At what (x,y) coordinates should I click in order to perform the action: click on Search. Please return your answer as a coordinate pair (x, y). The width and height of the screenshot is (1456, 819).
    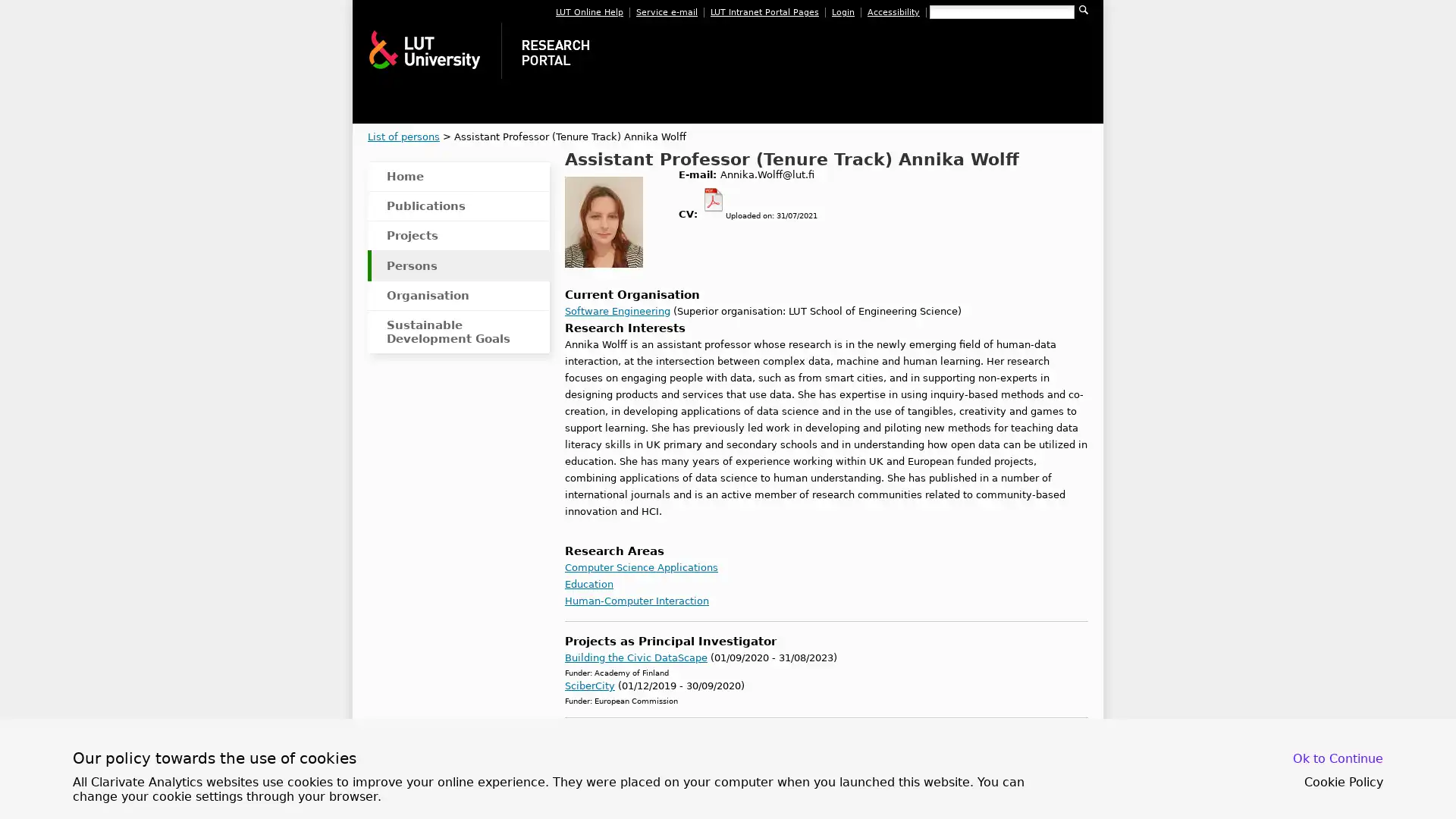
    Looking at the image, I should click on (1083, 9).